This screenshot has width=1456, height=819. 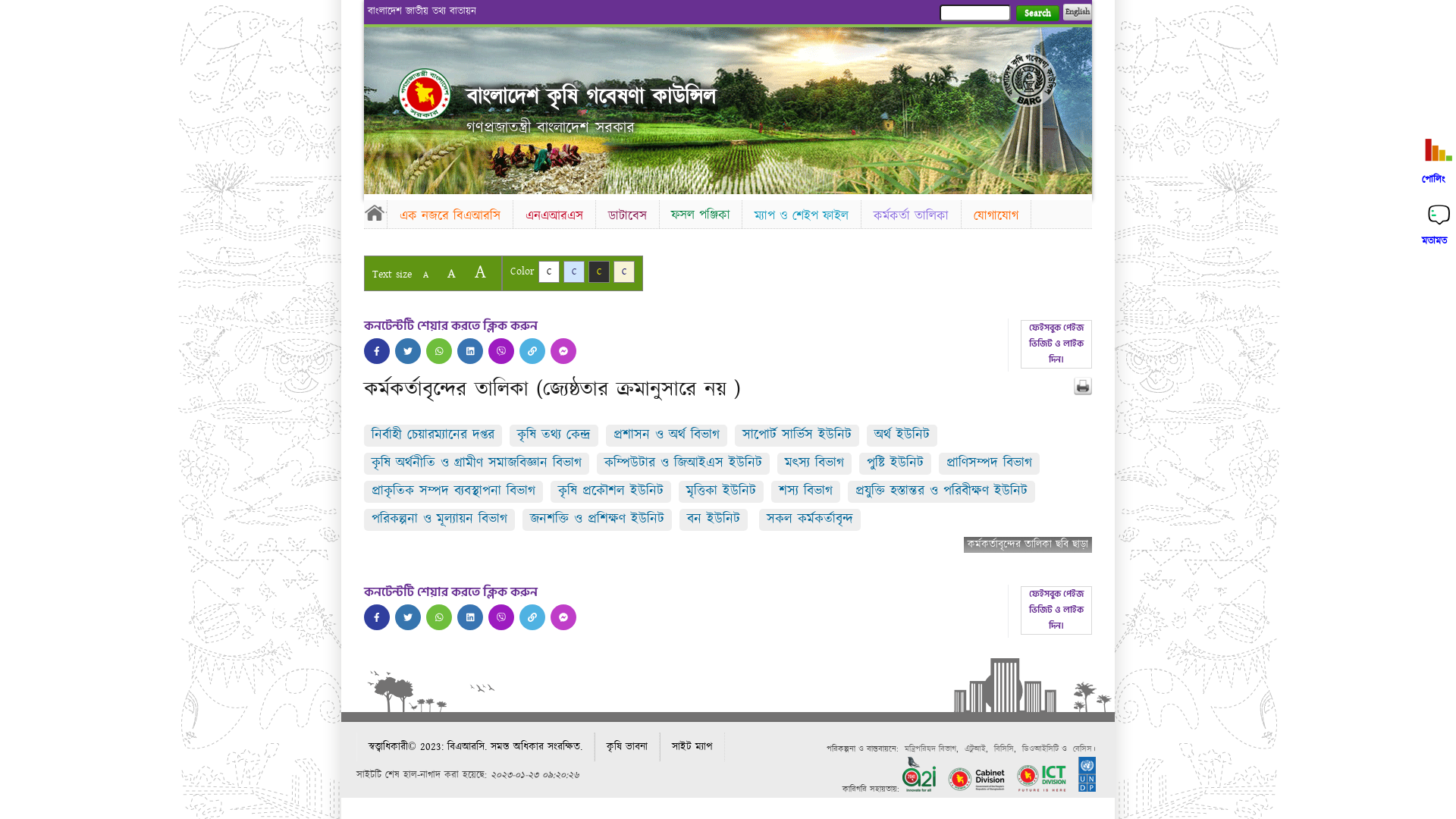 I want to click on 'Home', so click(x=375, y=212).